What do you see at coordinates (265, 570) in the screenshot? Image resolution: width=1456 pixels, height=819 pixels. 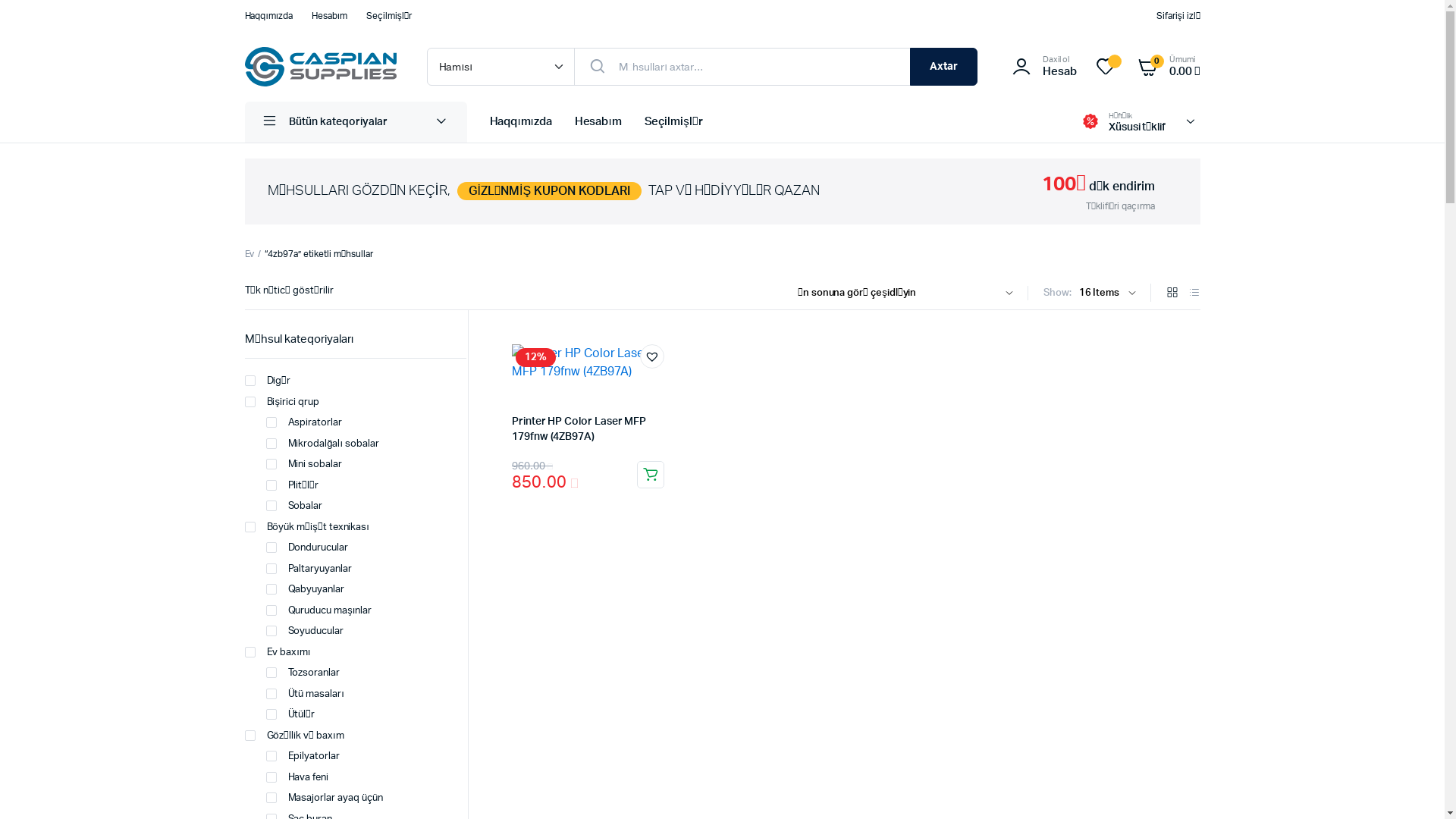 I see `'Paltaryuyanlar'` at bounding box center [265, 570].